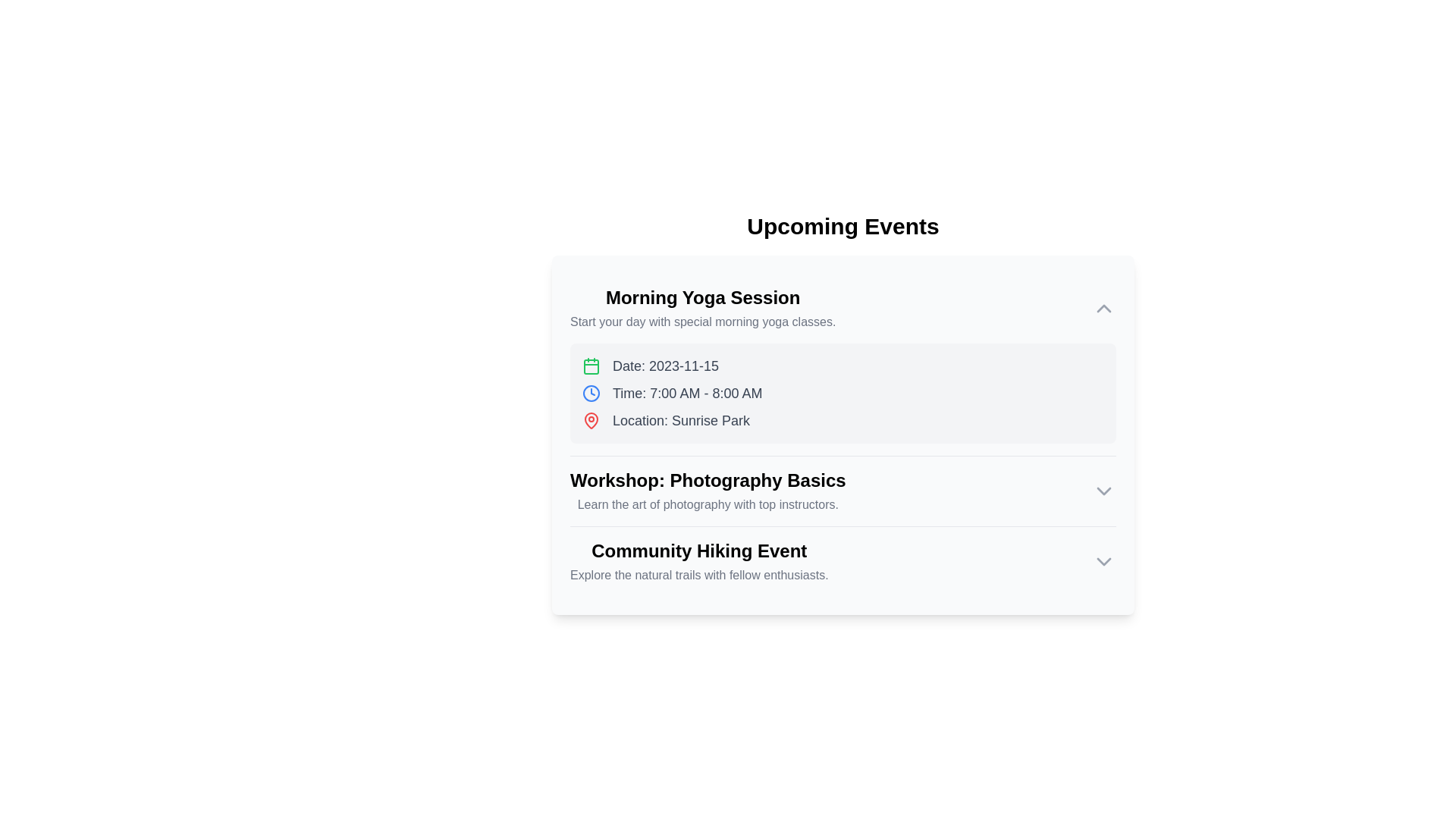 Image resolution: width=1456 pixels, height=819 pixels. I want to click on the bold, extra-large text element saying 'Workshop: Photography Basics' located in the second event card under the header 'Upcoming Events', so click(707, 480).